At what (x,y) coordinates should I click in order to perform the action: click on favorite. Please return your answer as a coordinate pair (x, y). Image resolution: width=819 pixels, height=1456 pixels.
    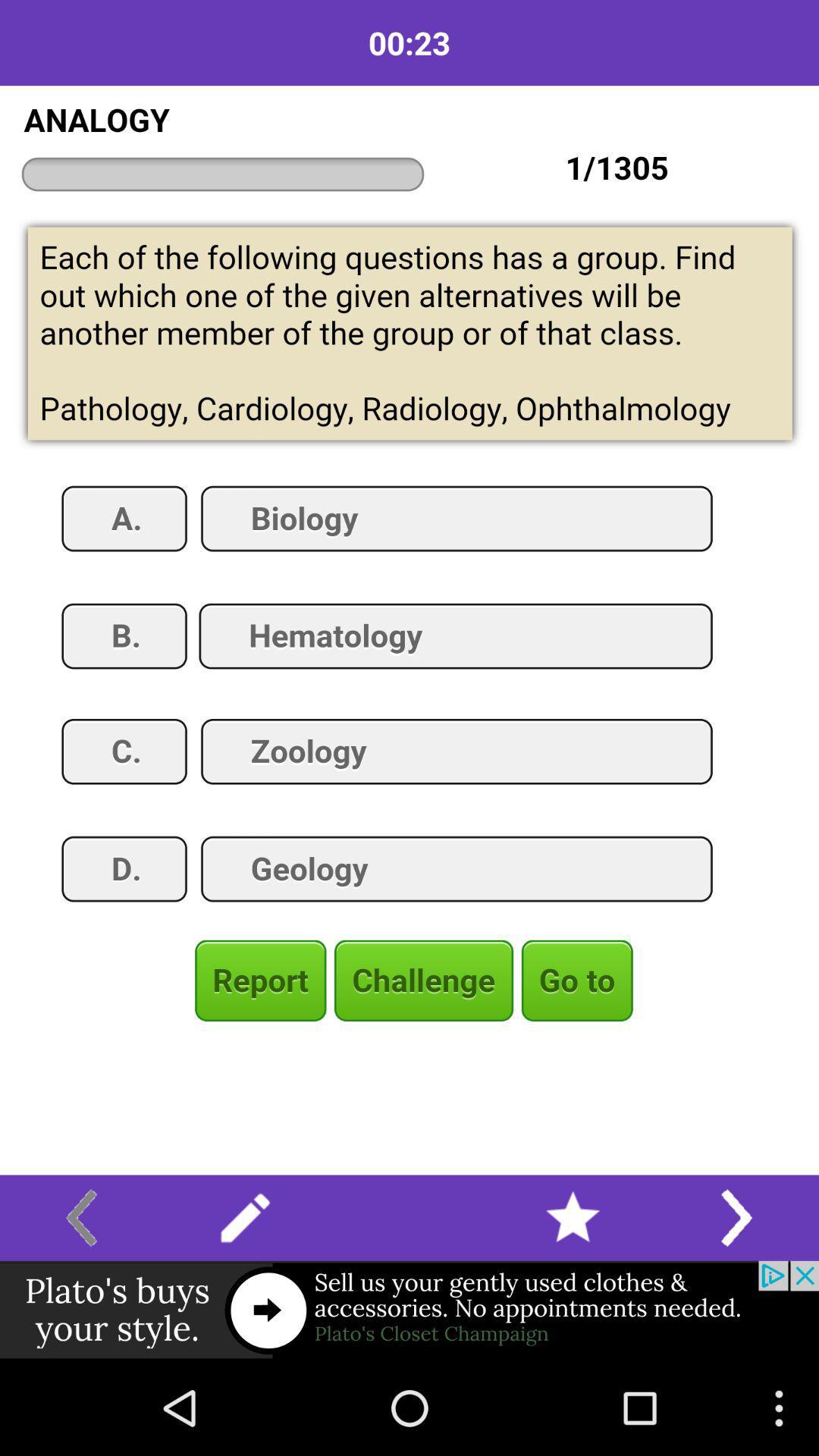
    Looking at the image, I should click on (573, 1218).